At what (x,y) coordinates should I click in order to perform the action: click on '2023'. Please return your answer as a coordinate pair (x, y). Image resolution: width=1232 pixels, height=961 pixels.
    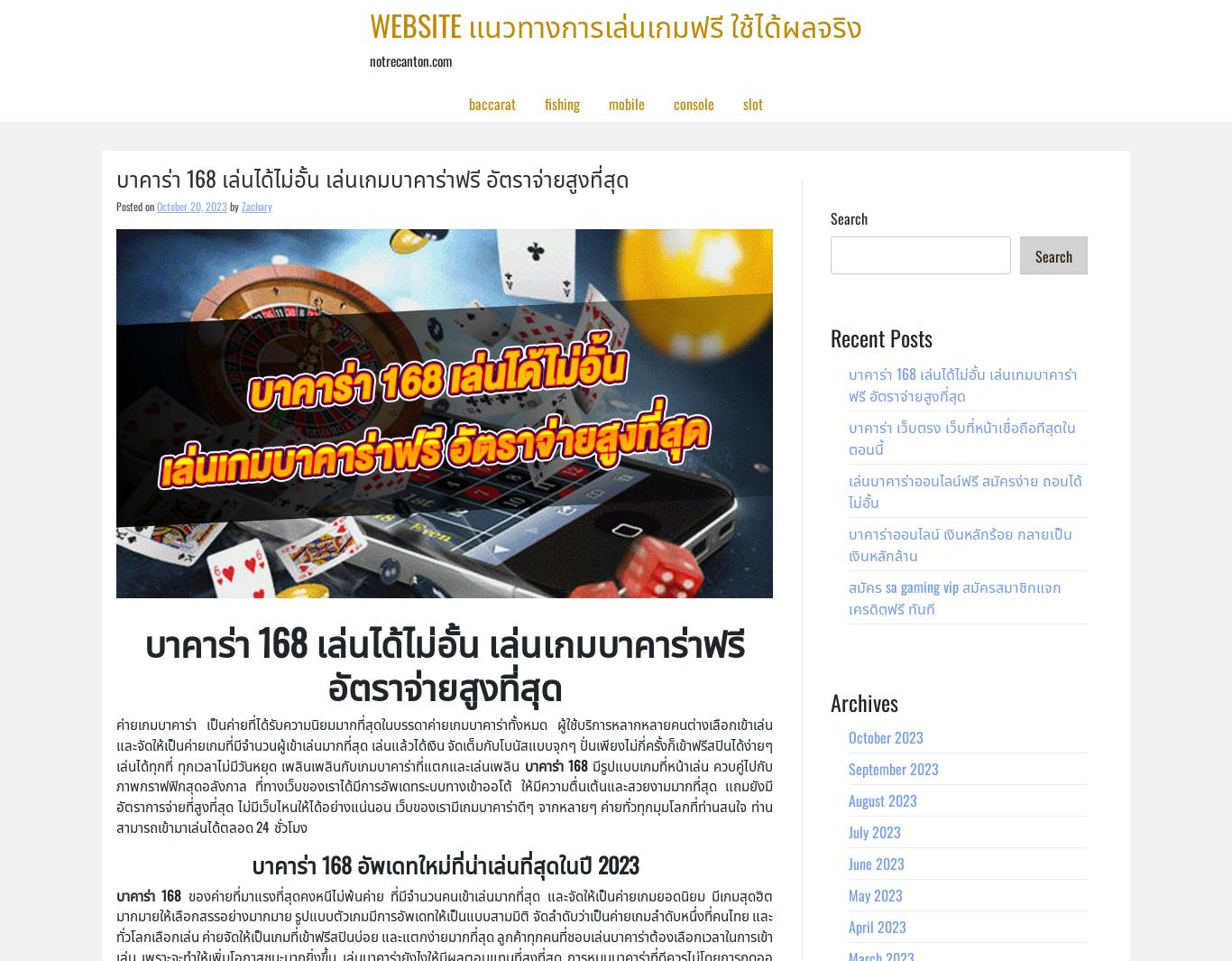
    Looking at the image, I should click on (595, 864).